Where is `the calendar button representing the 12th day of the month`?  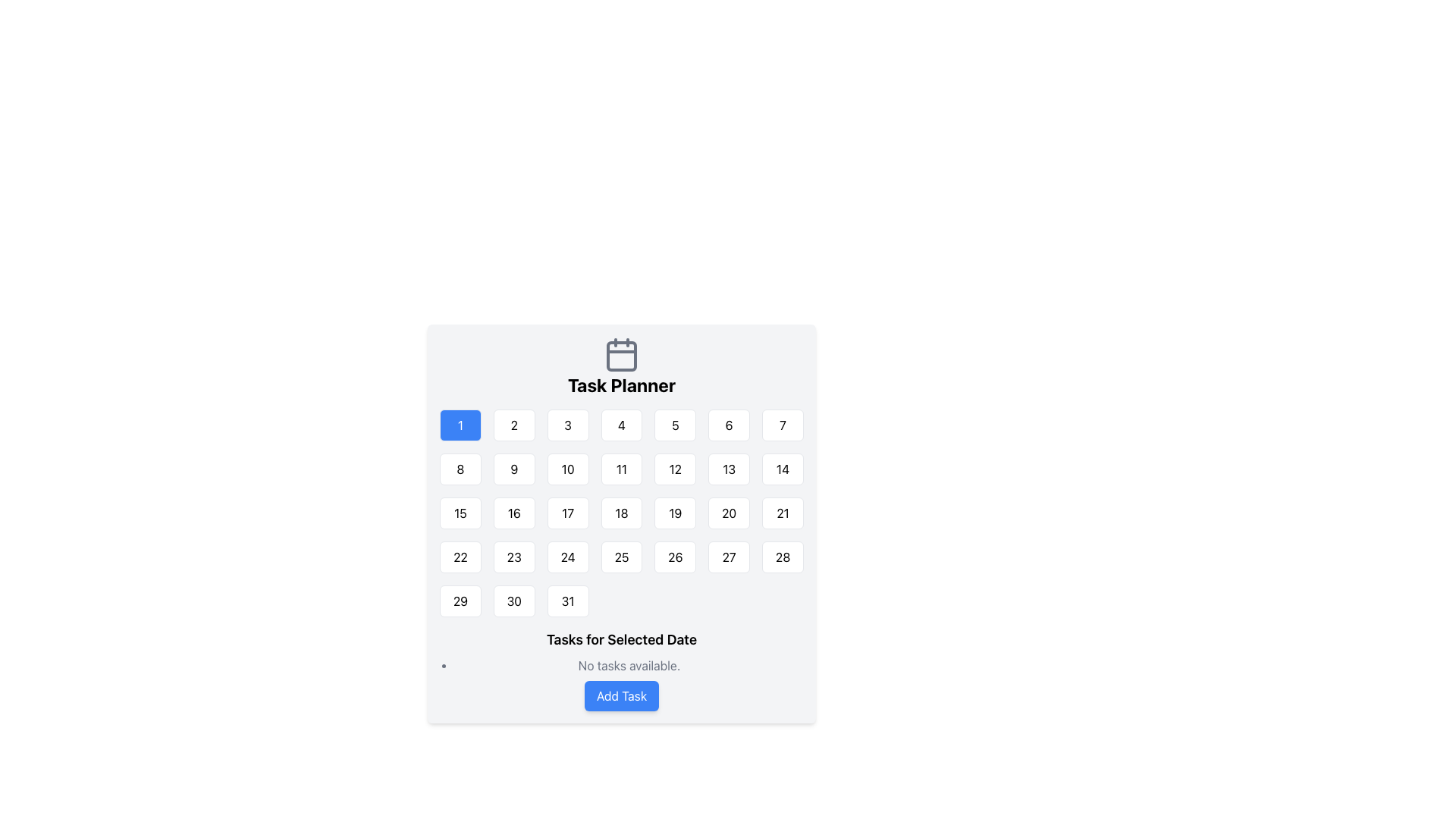
the calendar button representing the 12th day of the month is located at coordinates (674, 468).